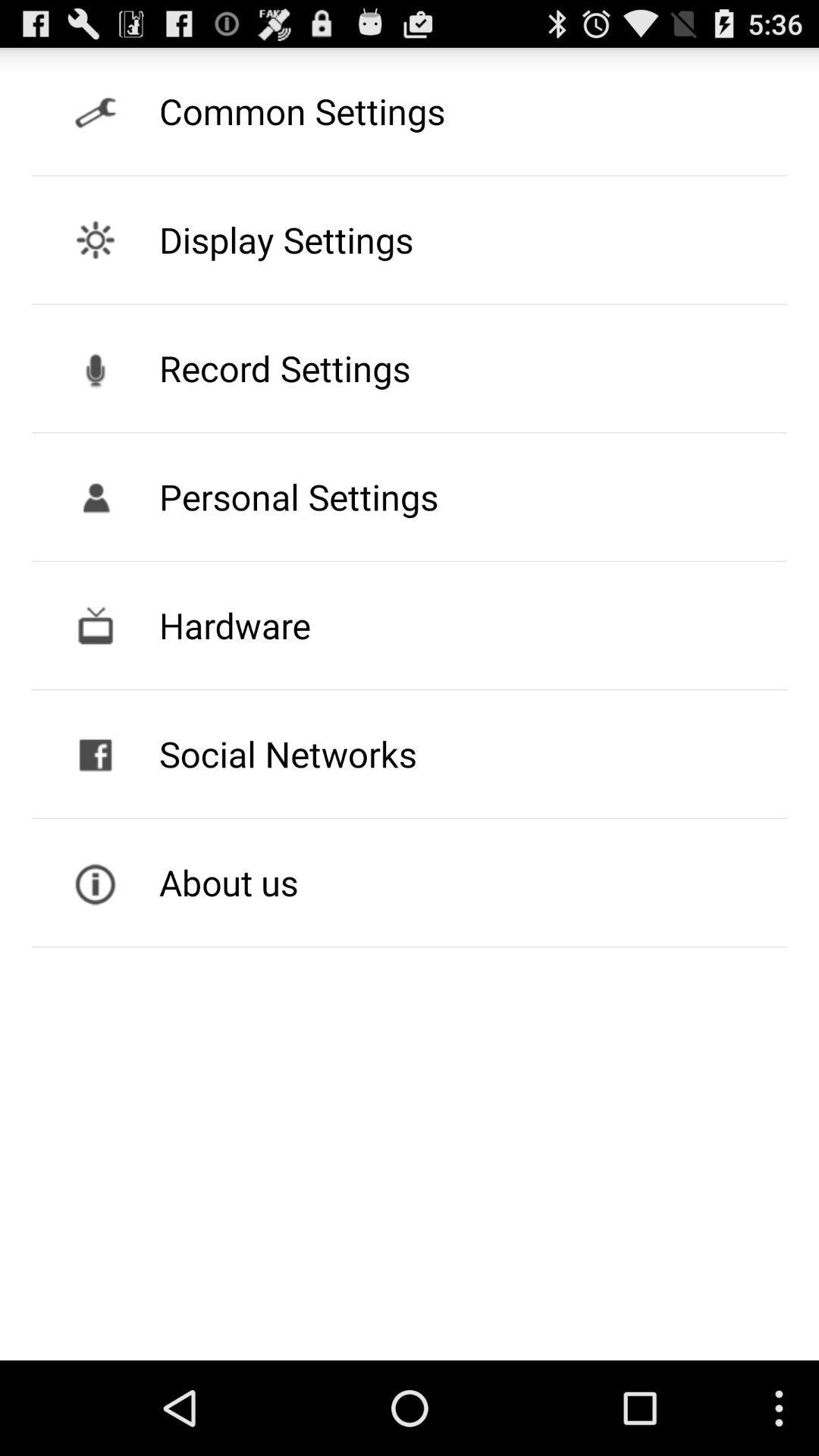 The width and height of the screenshot is (819, 1456). I want to click on the button beside about us, so click(96, 883).